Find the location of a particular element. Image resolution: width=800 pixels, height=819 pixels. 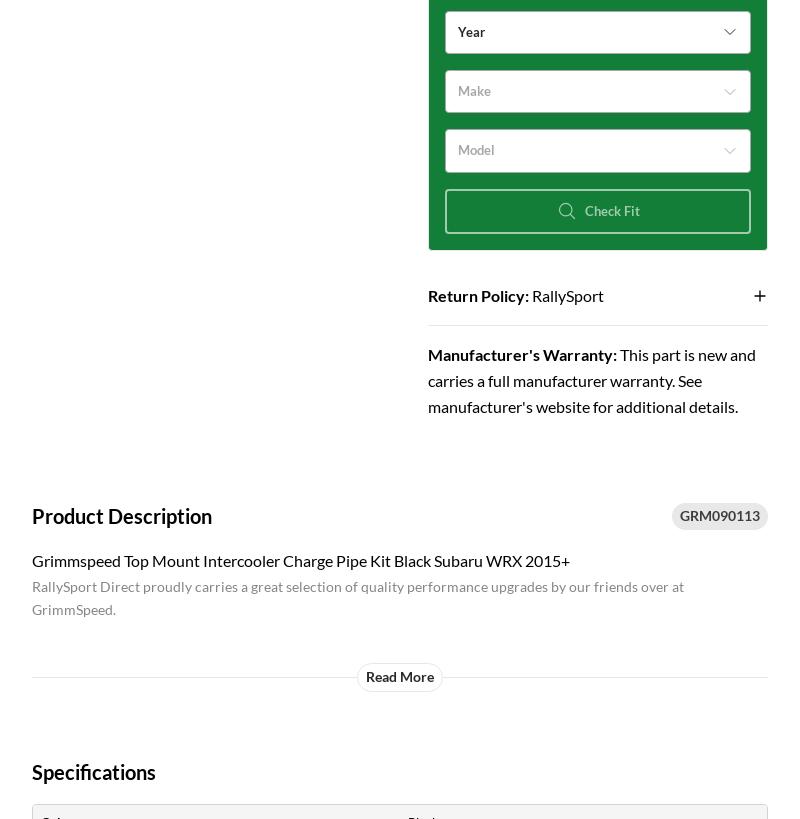

'Returns' is located at coordinates (430, 295).